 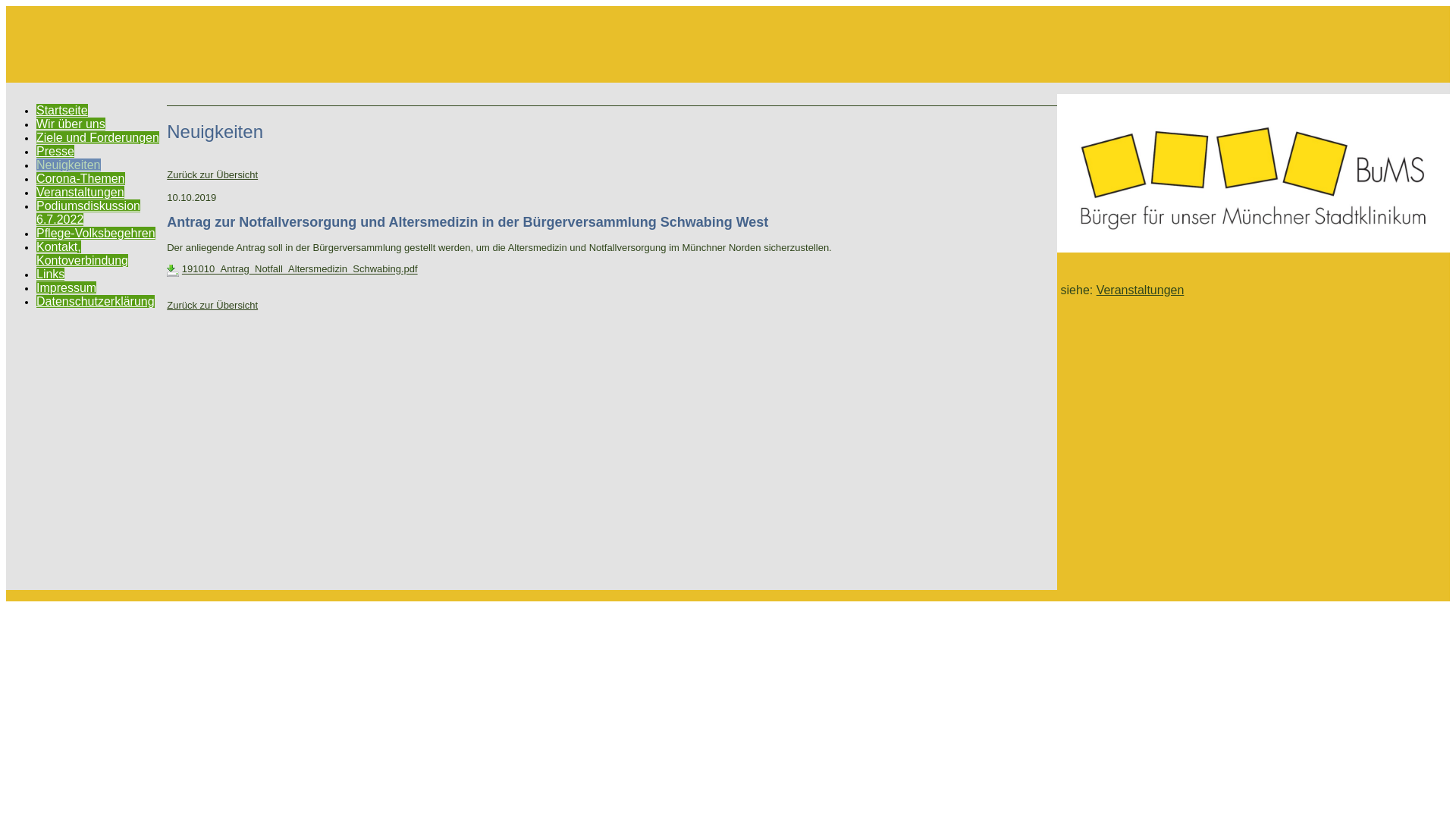 I want to click on 'Ziele und Forderungen', so click(x=97, y=137).